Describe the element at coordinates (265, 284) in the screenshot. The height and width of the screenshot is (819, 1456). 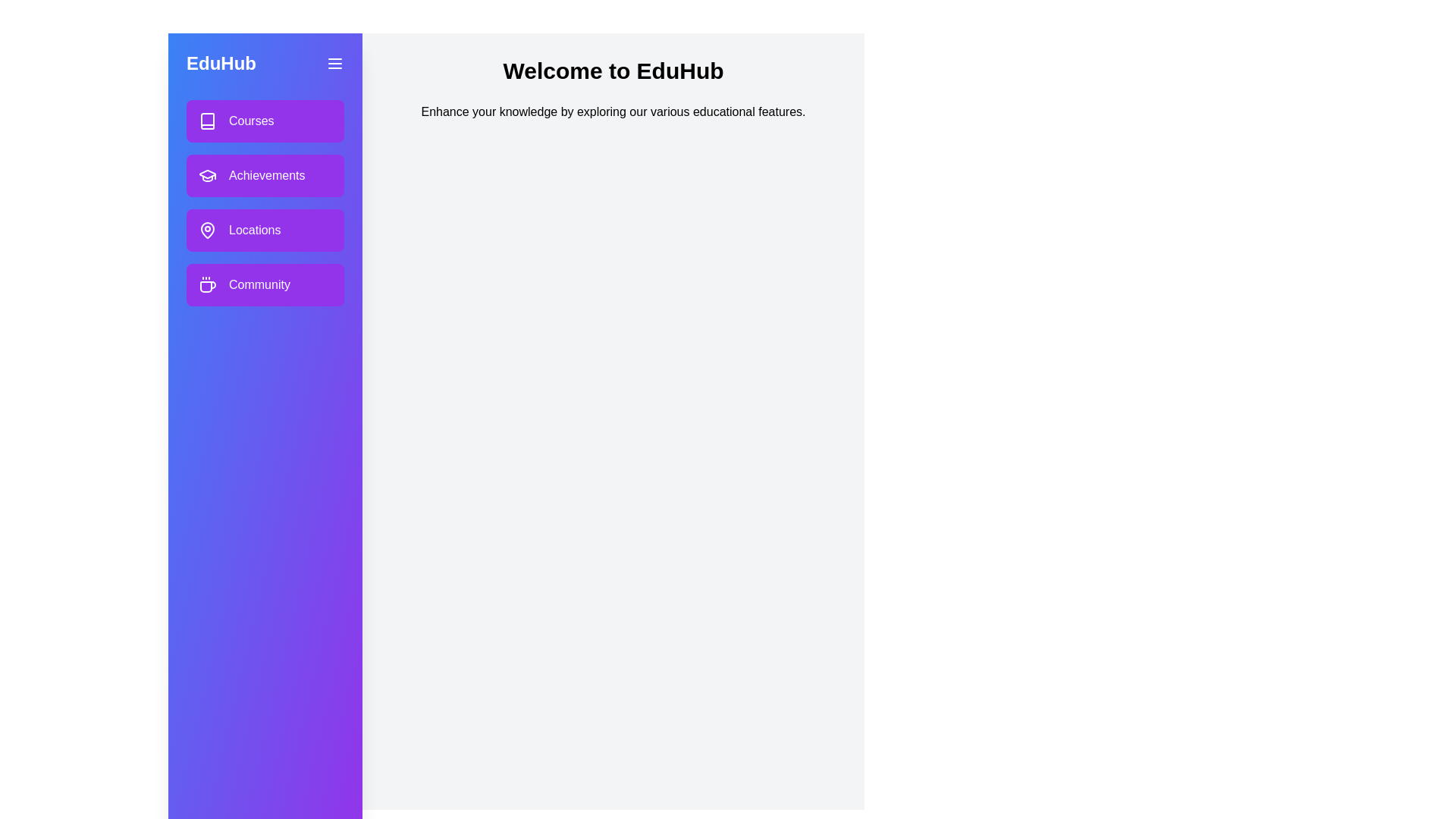
I see `the section Community in the drawer` at that location.